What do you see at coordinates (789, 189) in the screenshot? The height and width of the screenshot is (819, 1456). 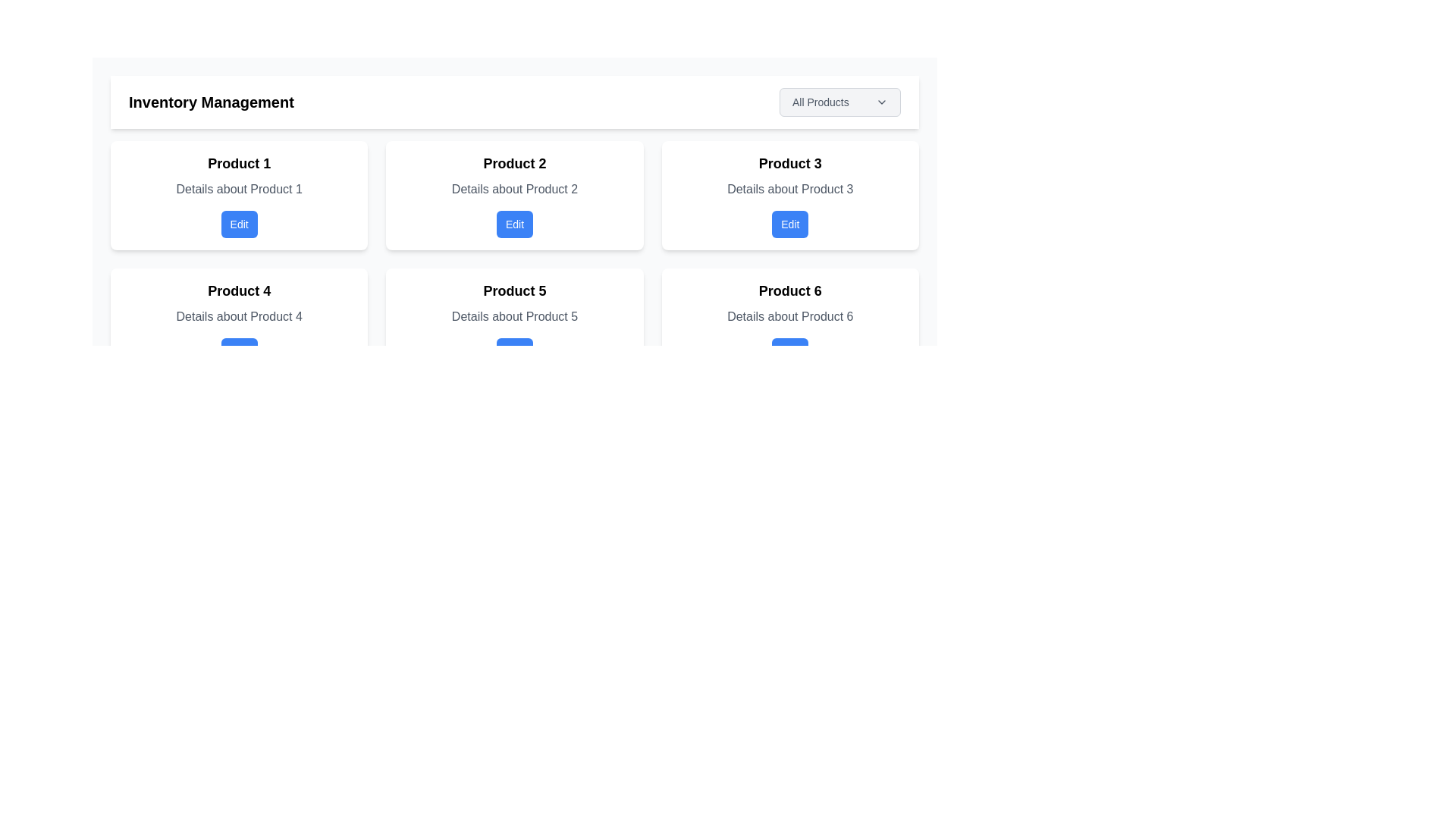 I see `static descriptive information about 'Product 3' located within the card labeled 'Product 3', positioned below the title and above the 'Edit' button` at bounding box center [789, 189].